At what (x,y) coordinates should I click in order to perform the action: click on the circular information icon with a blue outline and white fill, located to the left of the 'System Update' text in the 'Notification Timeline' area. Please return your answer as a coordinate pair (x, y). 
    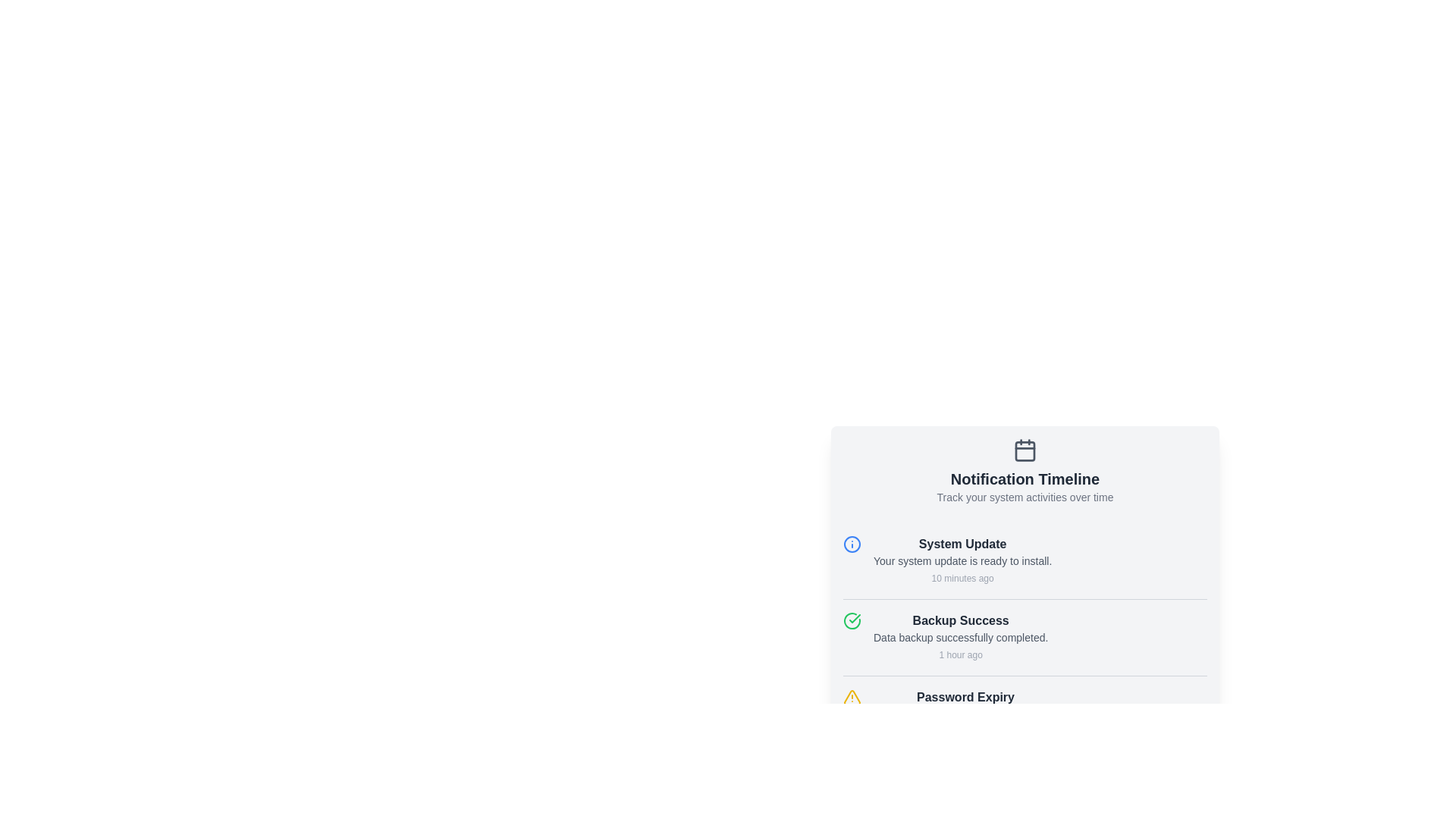
    Looking at the image, I should click on (852, 543).